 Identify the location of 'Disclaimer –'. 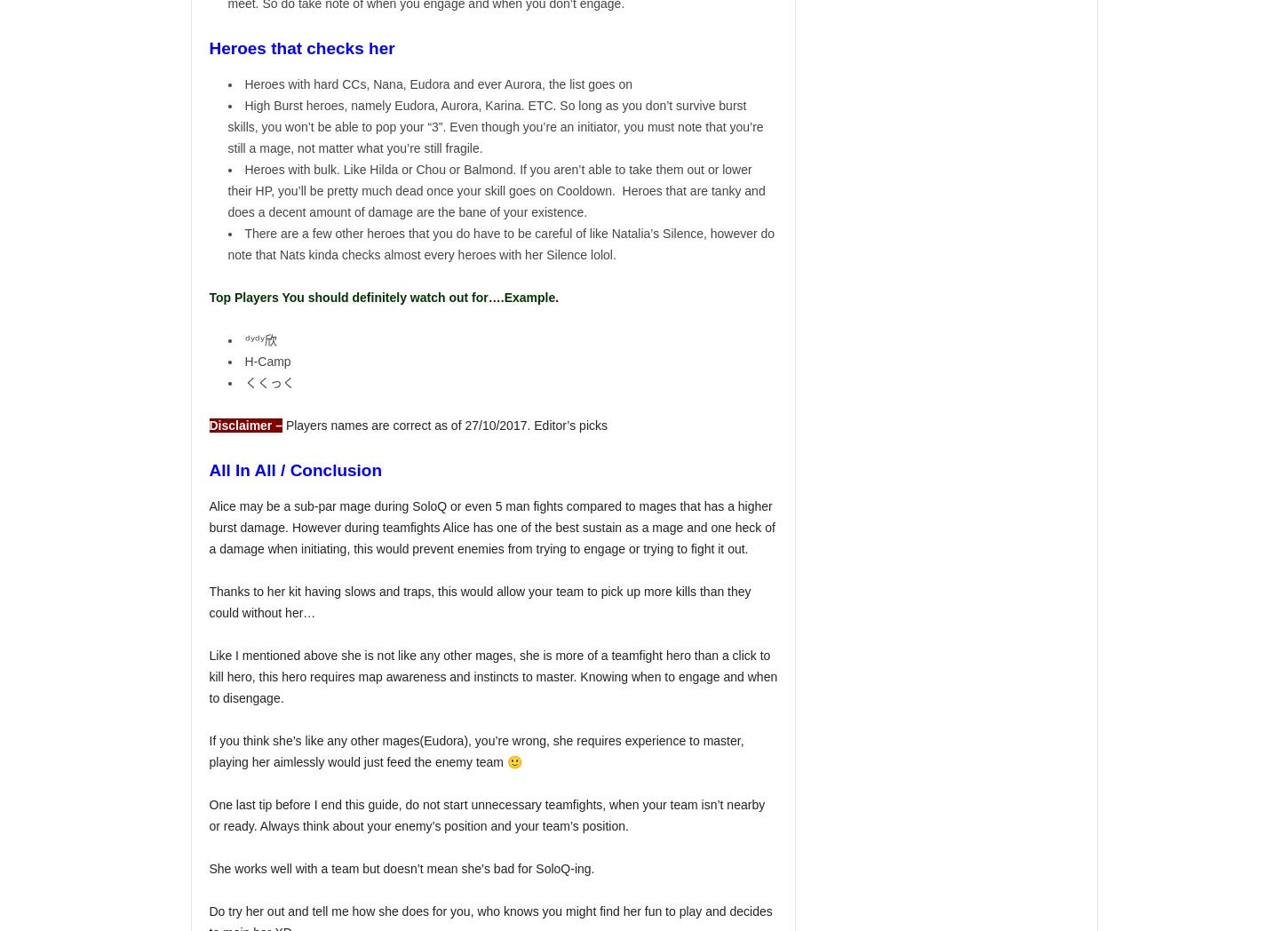
(245, 425).